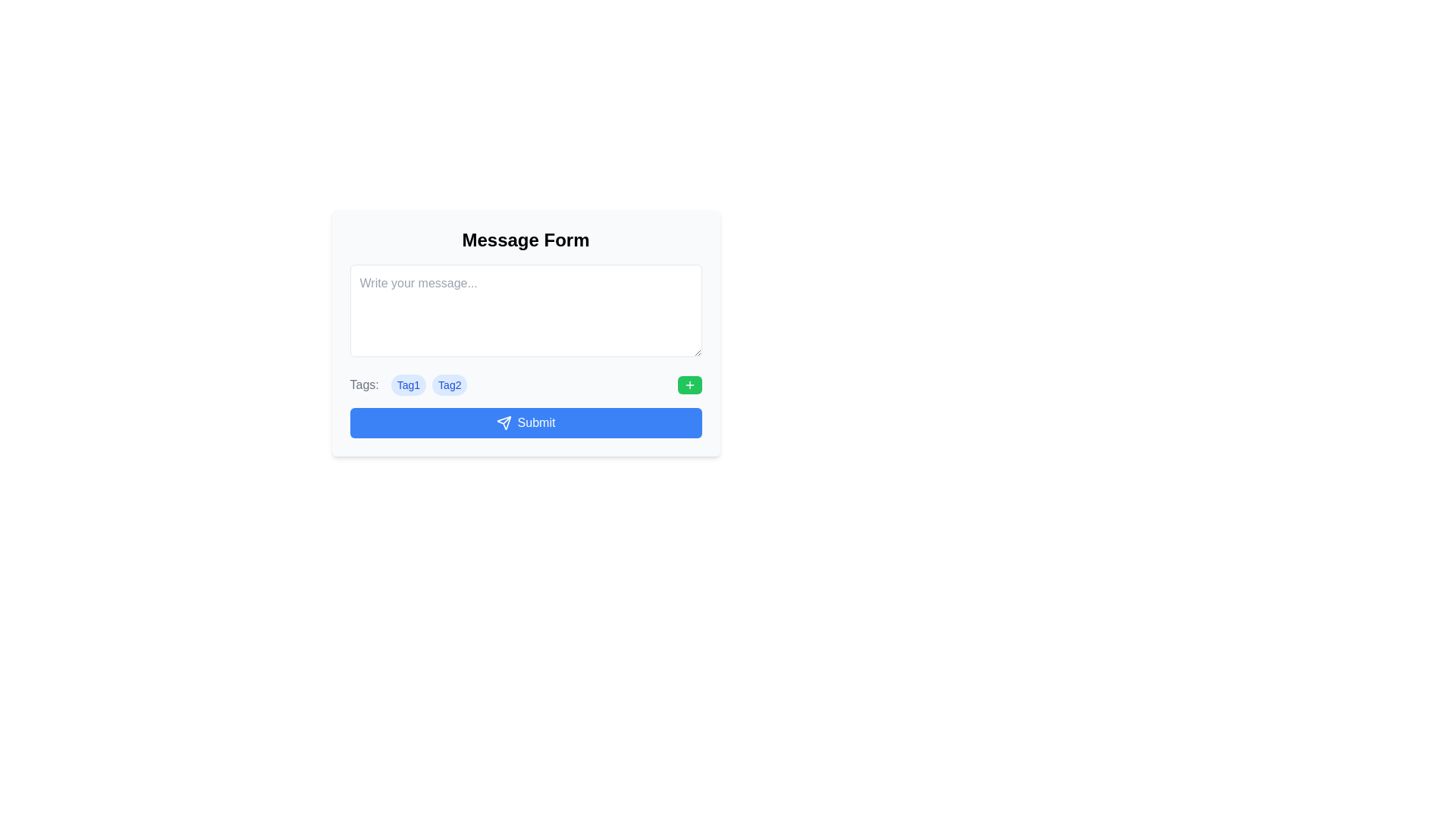  What do you see at coordinates (526, 239) in the screenshot?
I see `the 'Message Form' text label, which is prominently displayed at the top of the form interface and serves as the headline for the content` at bounding box center [526, 239].